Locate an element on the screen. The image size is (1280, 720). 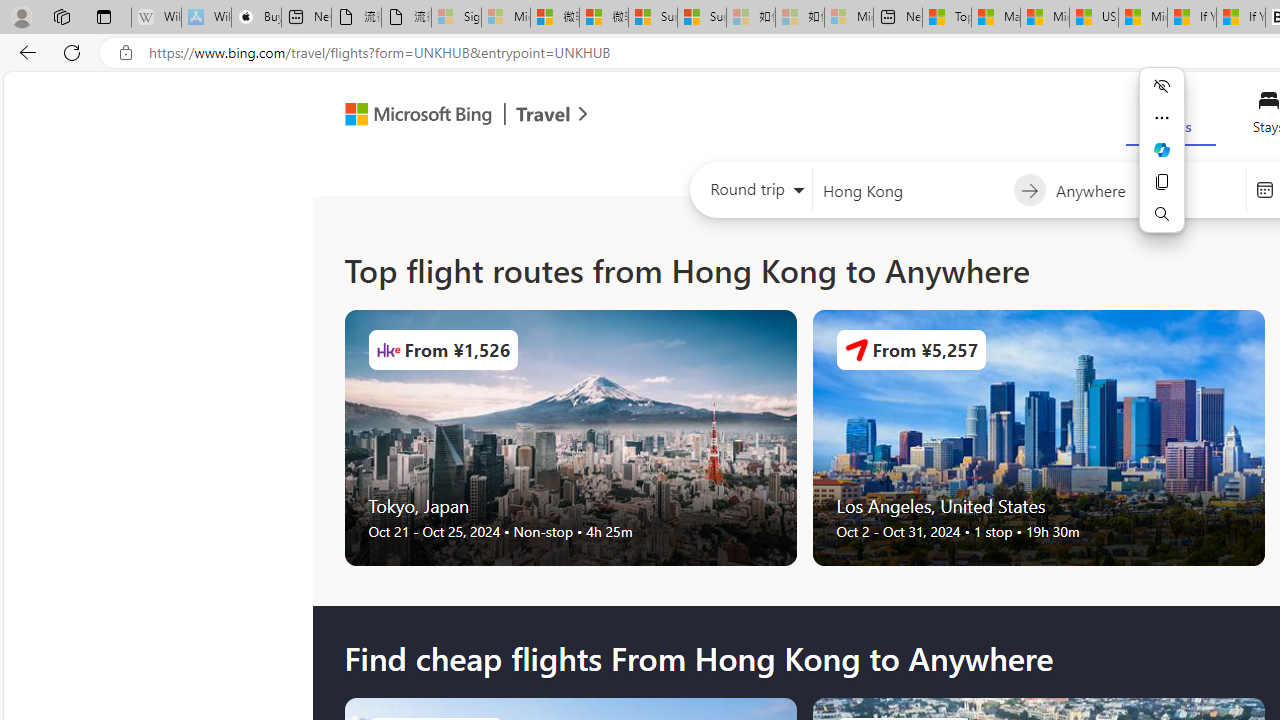
'Airlines Logo' is located at coordinates (856, 348).